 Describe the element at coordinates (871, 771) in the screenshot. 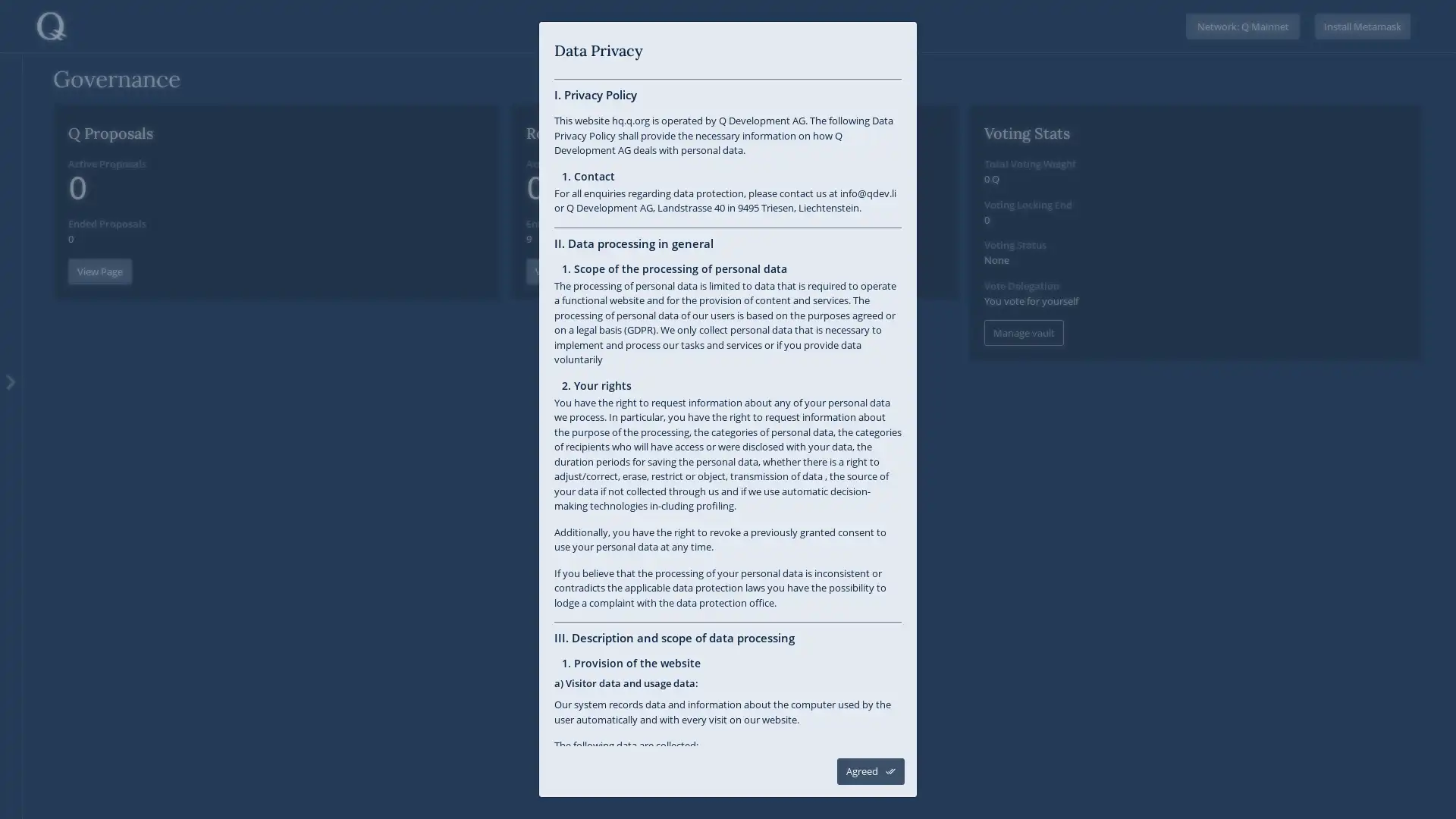

I see `Agreed` at that location.